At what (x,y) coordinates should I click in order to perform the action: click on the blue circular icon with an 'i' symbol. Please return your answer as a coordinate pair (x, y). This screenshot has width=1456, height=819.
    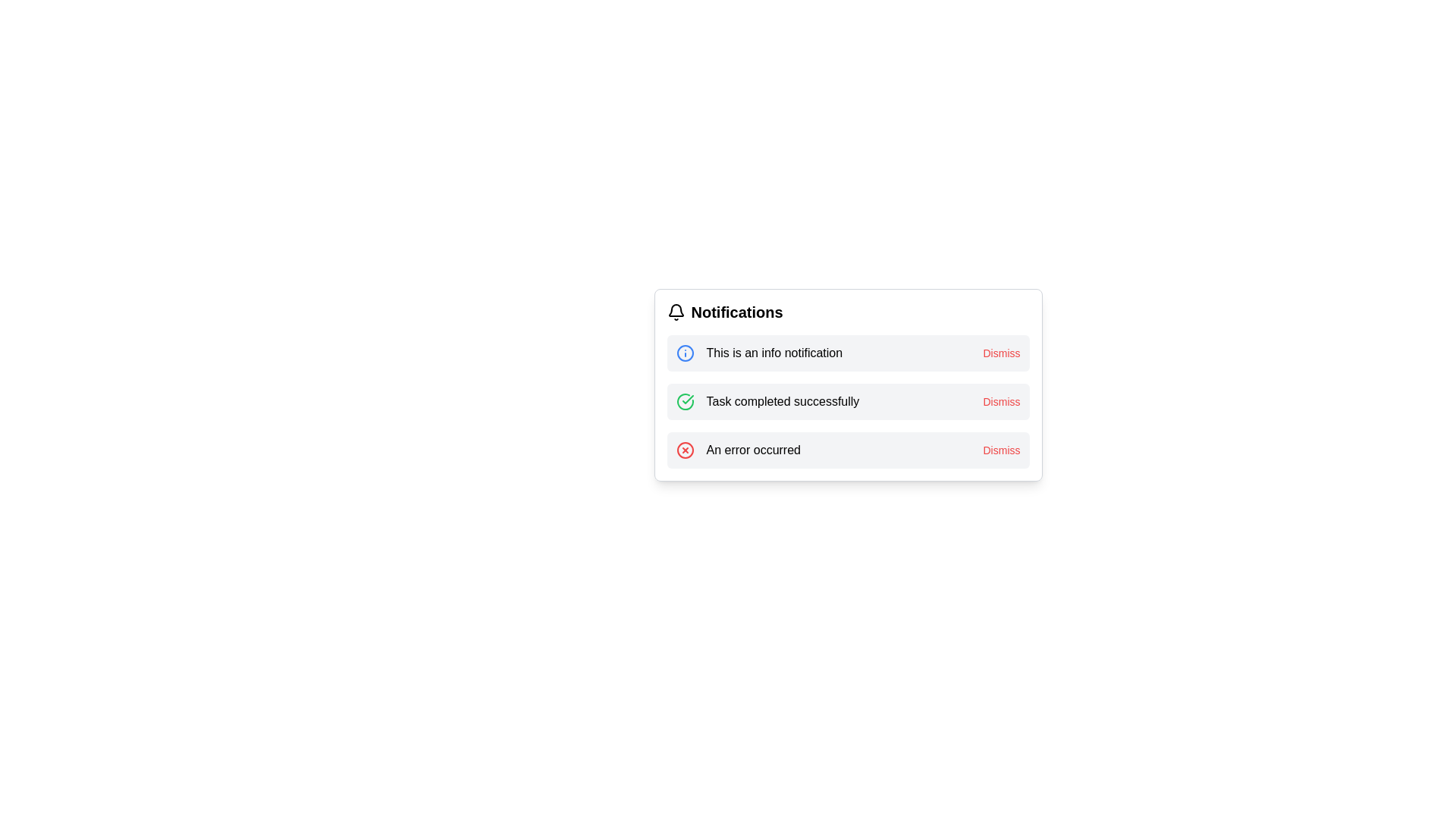
    Looking at the image, I should click on (684, 353).